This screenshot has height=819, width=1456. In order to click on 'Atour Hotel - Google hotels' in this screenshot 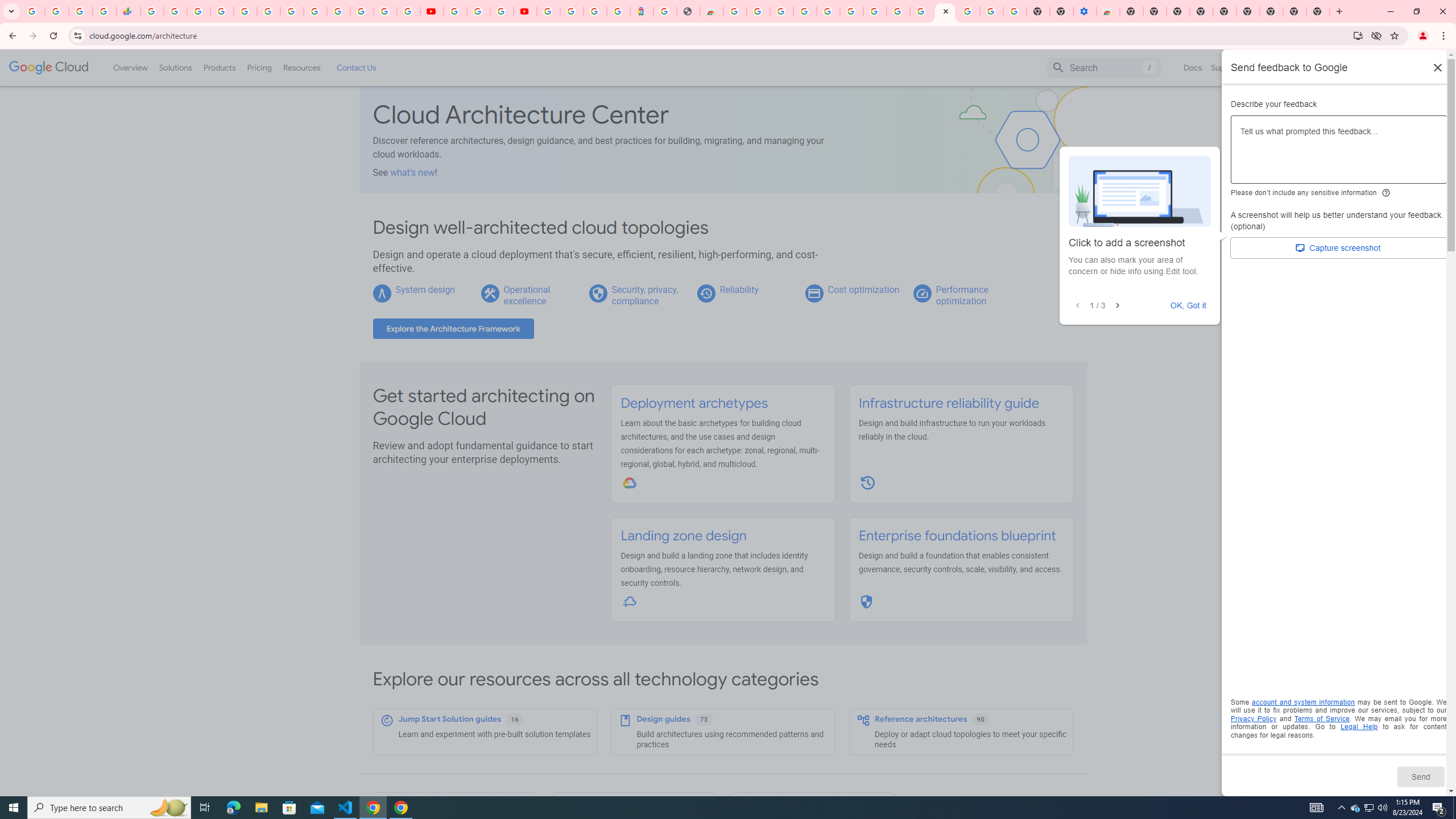, I will do `click(640, 11)`.